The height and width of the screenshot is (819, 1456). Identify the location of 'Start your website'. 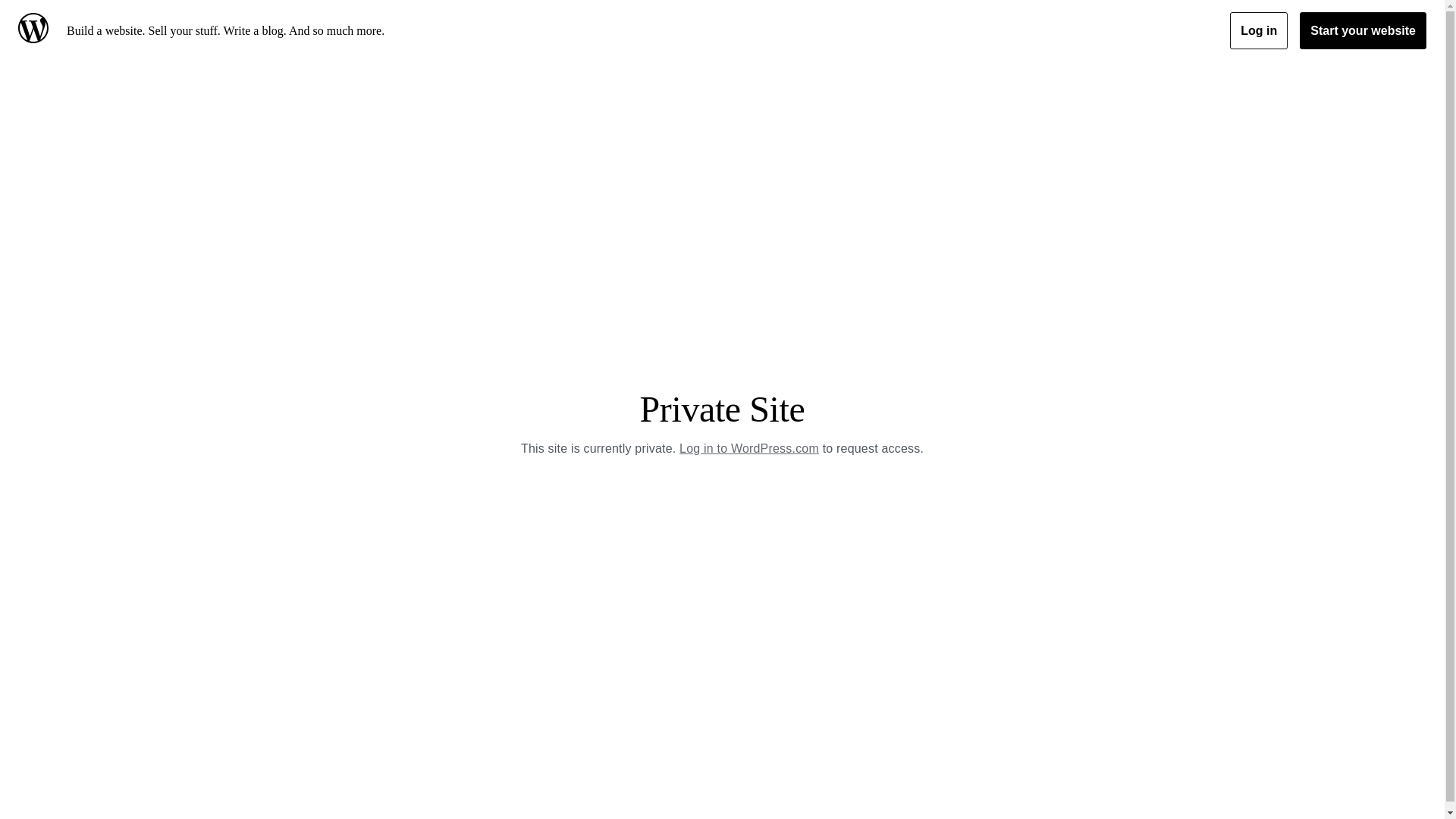
(1363, 30).